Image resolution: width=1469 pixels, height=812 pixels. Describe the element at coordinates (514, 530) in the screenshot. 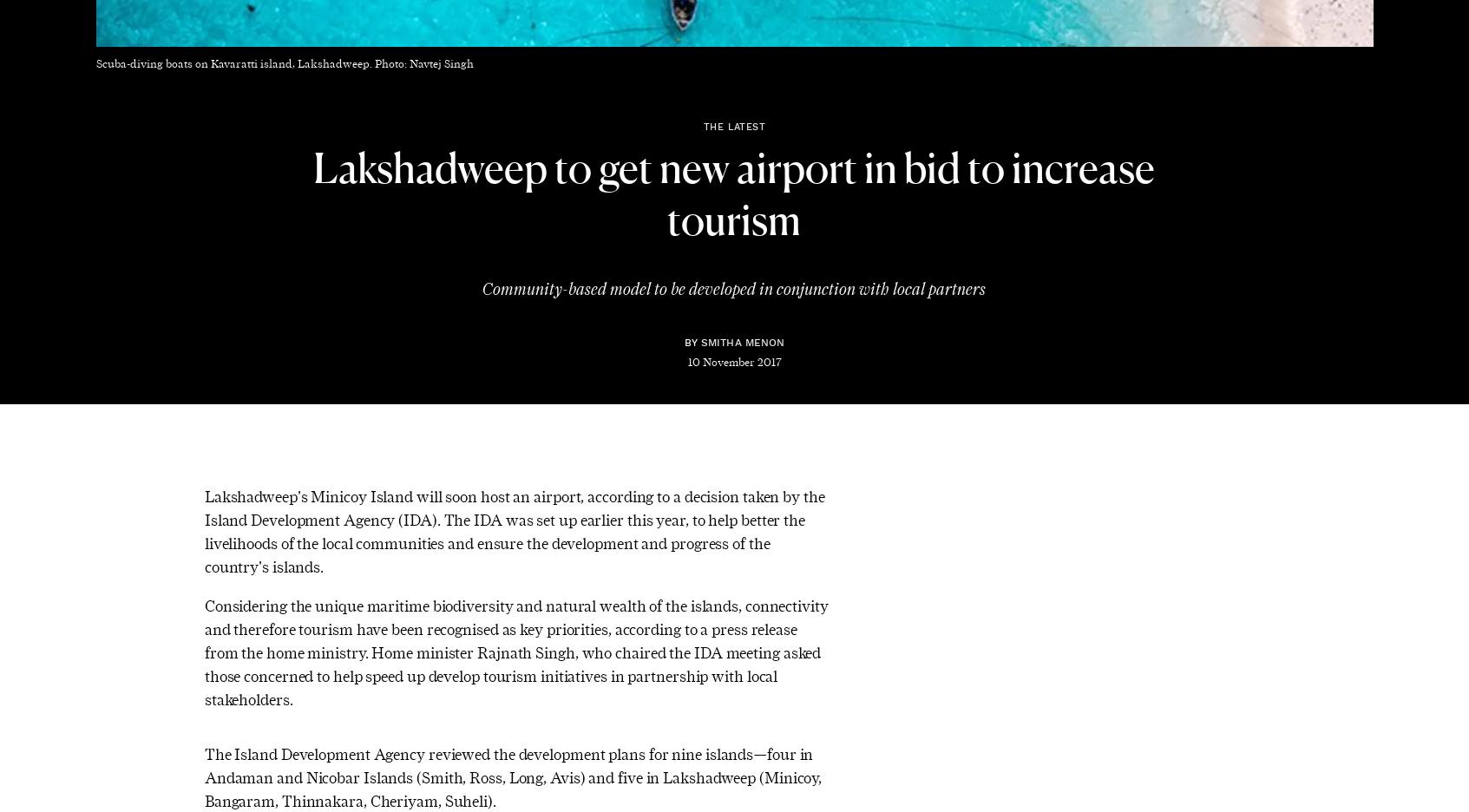

I see `'Lakshadweep's Minicoy Island will soon host an airport, according to a decision taken by the Island Development Agency (IDA). The IDA was set up earlier this year, to help better the livelihoods of the local communities and ensure the development and progress of the country's islands.'` at that location.